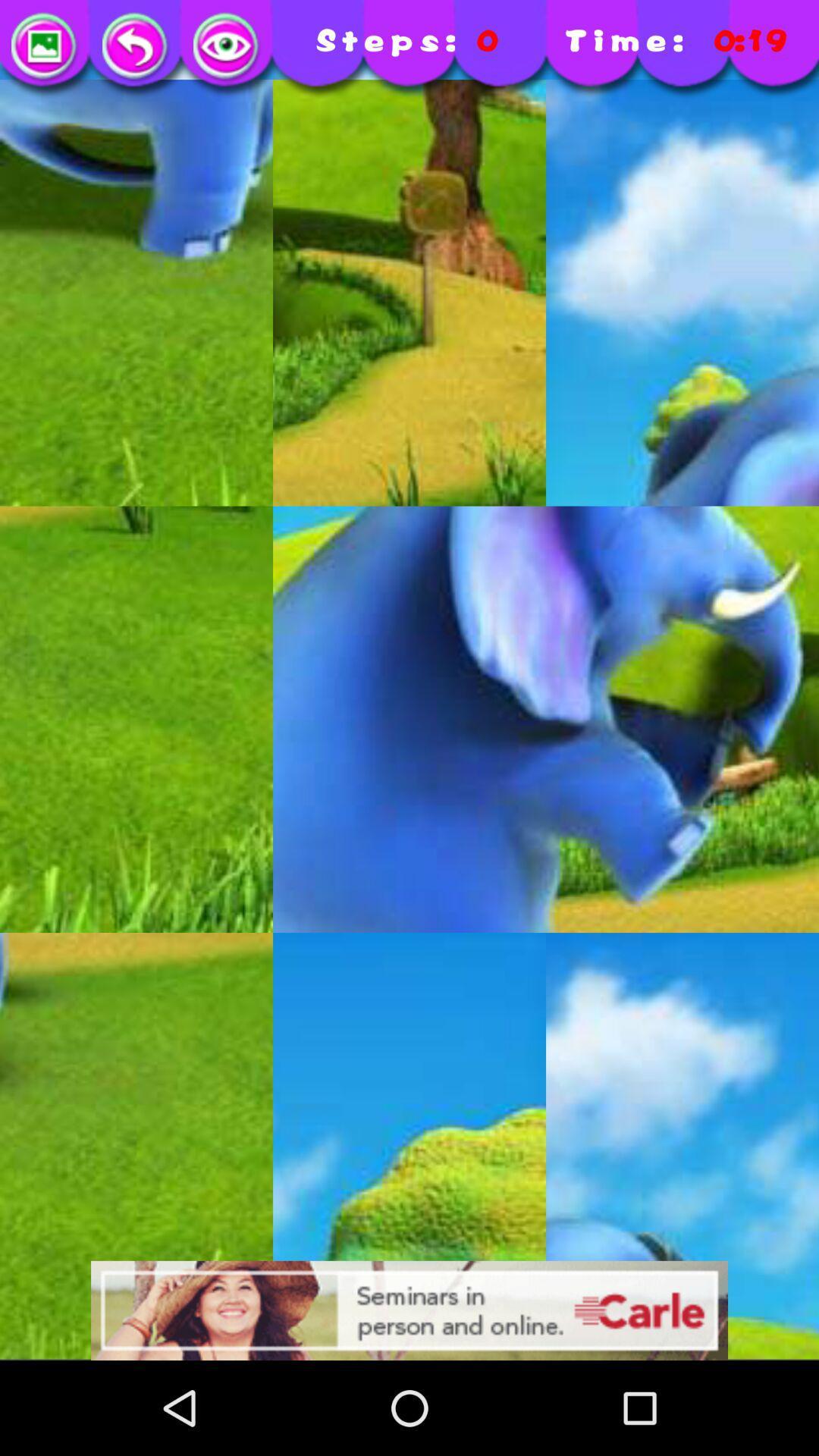  Describe the element at coordinates (409, 1310) in the screenshot. I see `advertisement` at that location.